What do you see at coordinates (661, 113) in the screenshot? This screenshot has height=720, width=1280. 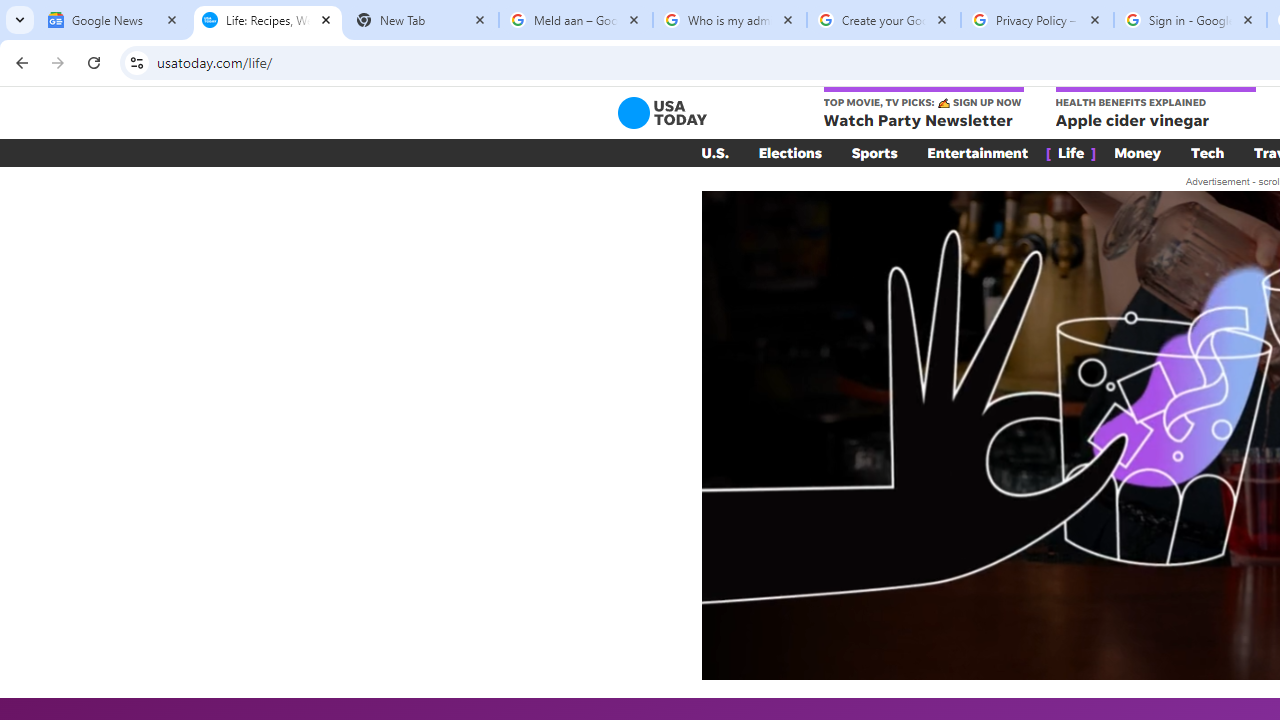 I see `'USA TODAY'` at bounding box center [661, 113].